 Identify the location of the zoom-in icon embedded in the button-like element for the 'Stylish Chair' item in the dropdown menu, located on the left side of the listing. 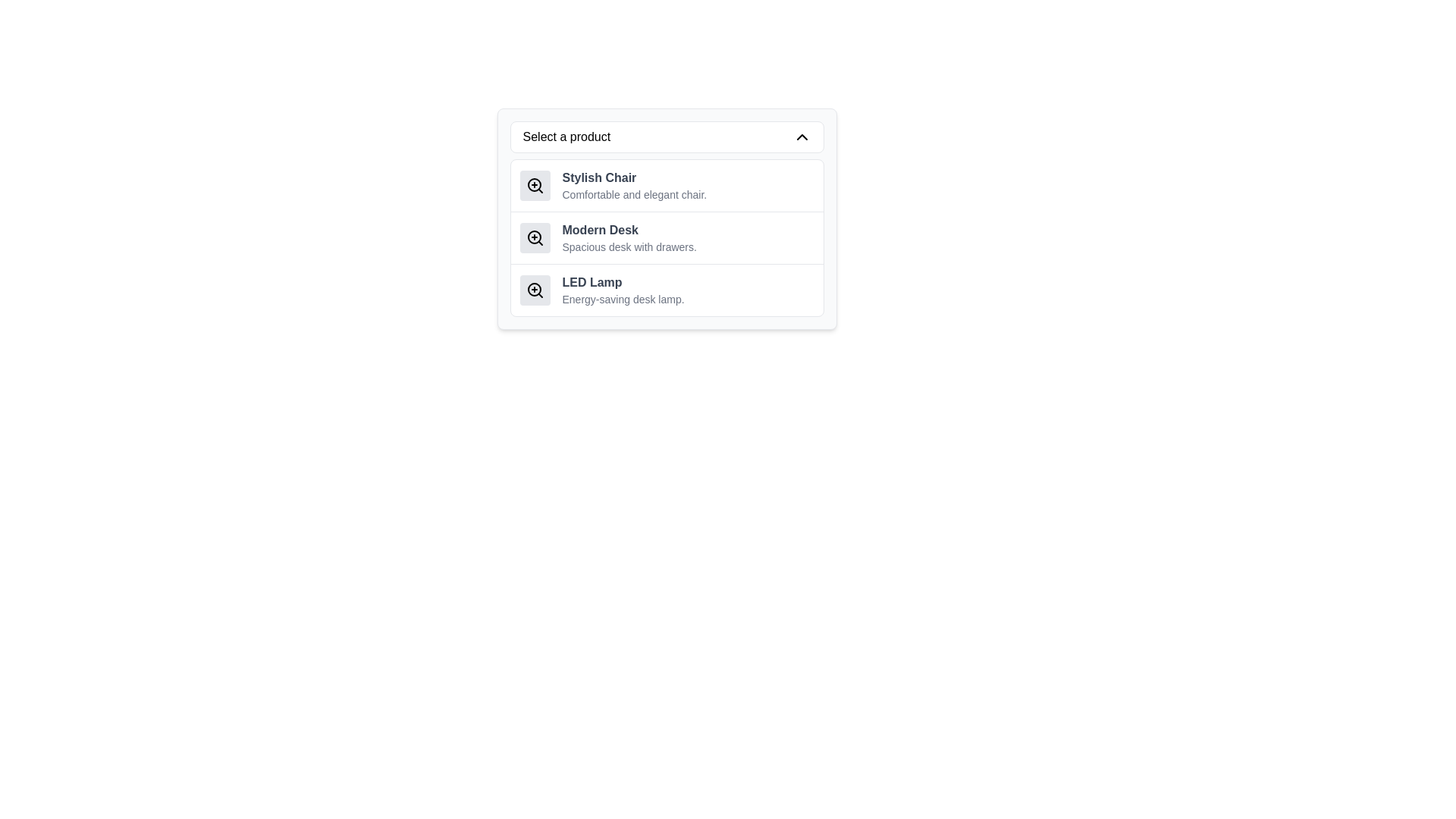
(535, 185).